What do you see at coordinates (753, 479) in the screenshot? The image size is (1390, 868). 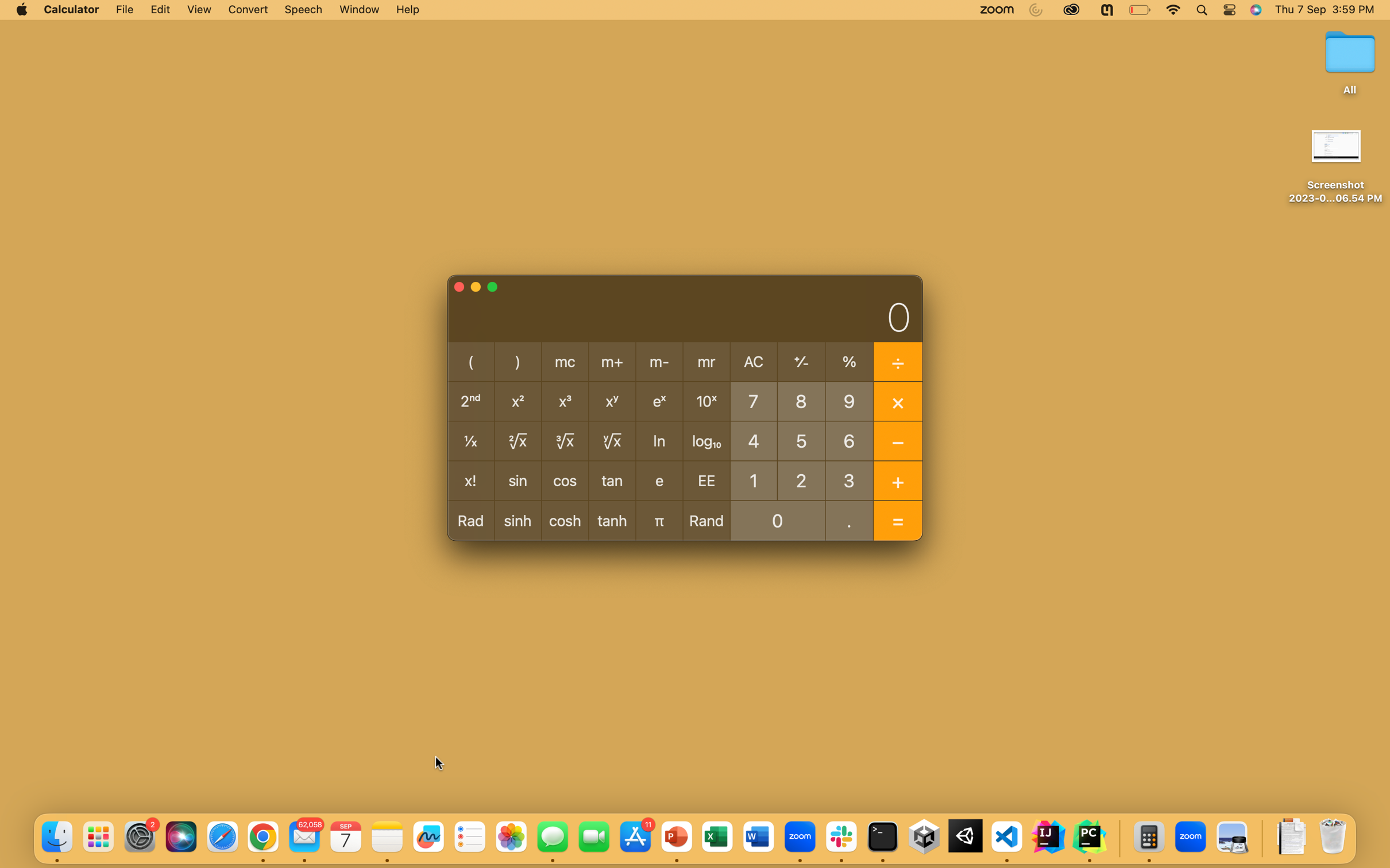 I see `Calculate 10 minus 5` at bounding box center [753, 479].